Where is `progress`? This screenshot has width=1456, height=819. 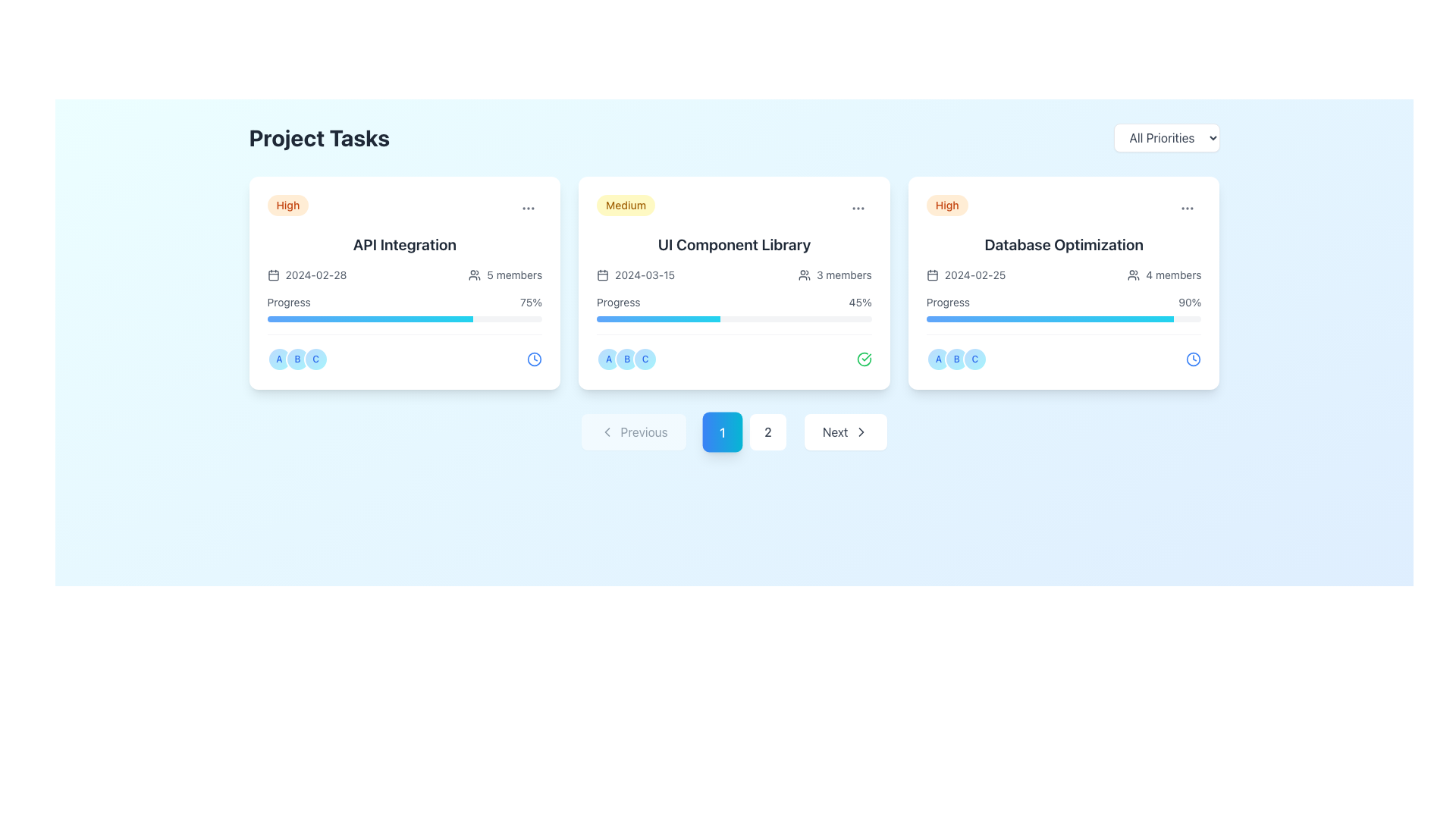
progress is located at coordinates (1112, 318).